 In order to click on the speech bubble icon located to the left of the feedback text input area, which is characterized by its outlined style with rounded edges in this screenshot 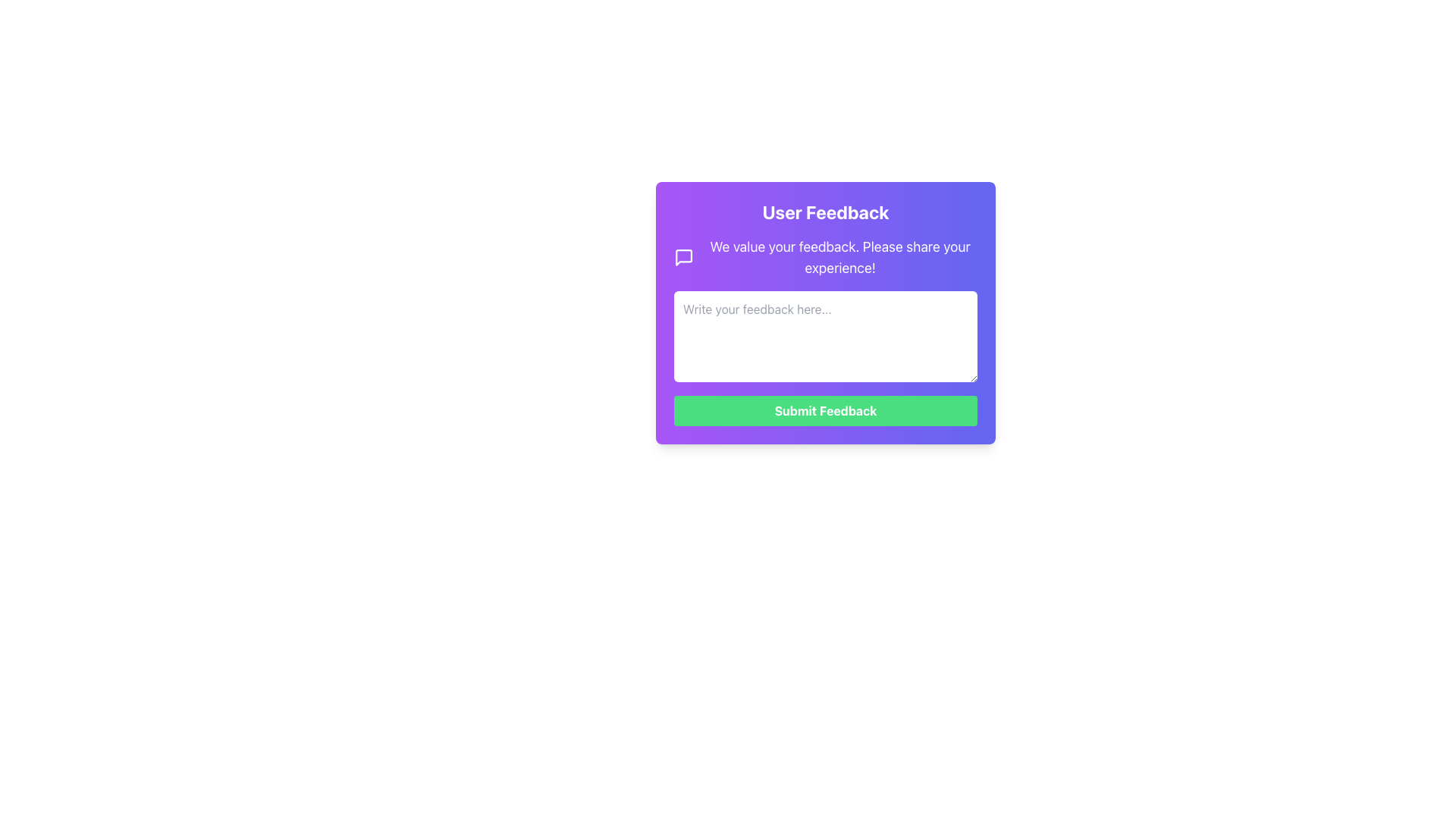, I will do `click(683, 256)`.